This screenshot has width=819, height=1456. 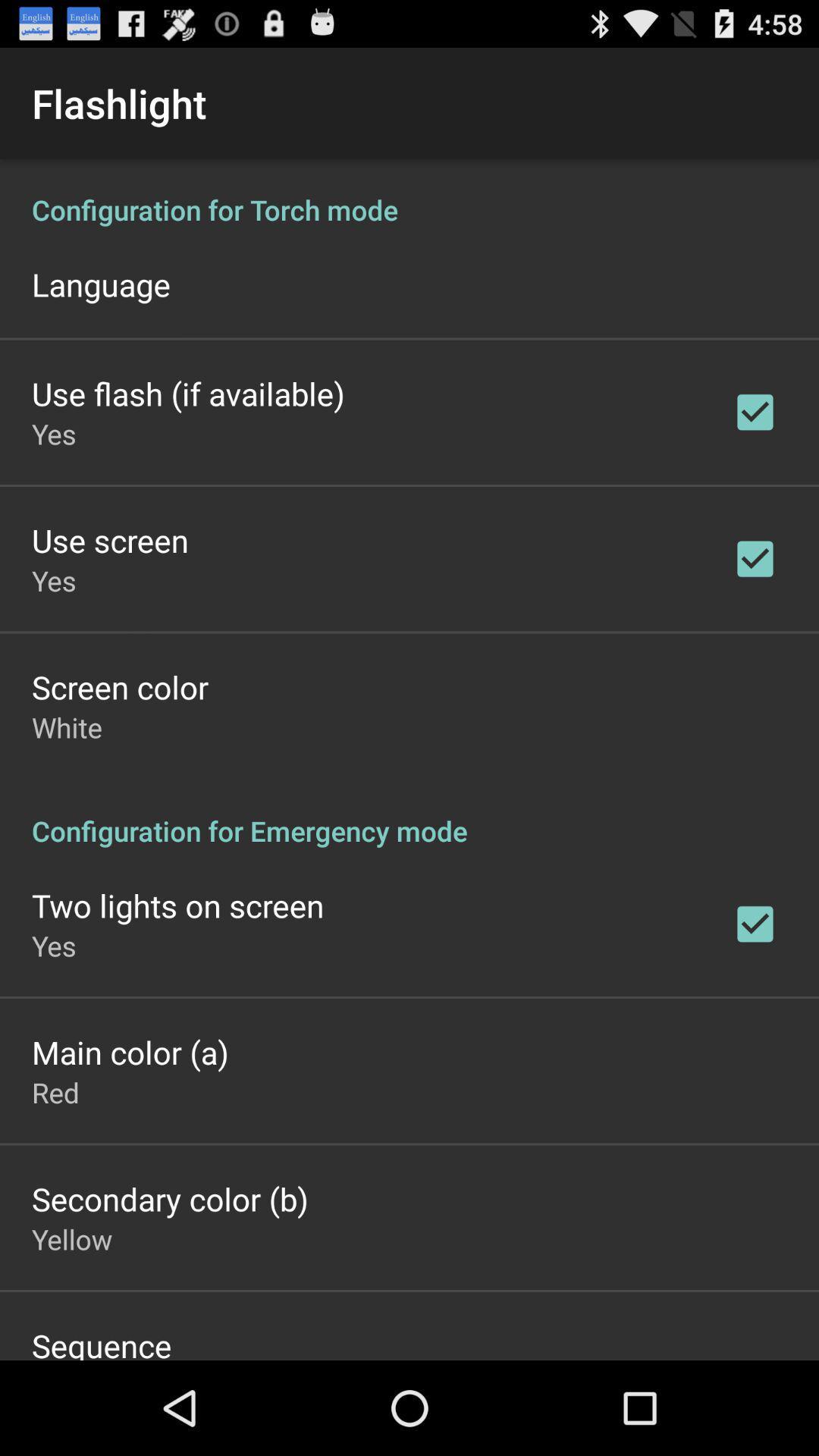 I want to click on the icon below screen color icon, so click(x=66, y=726).